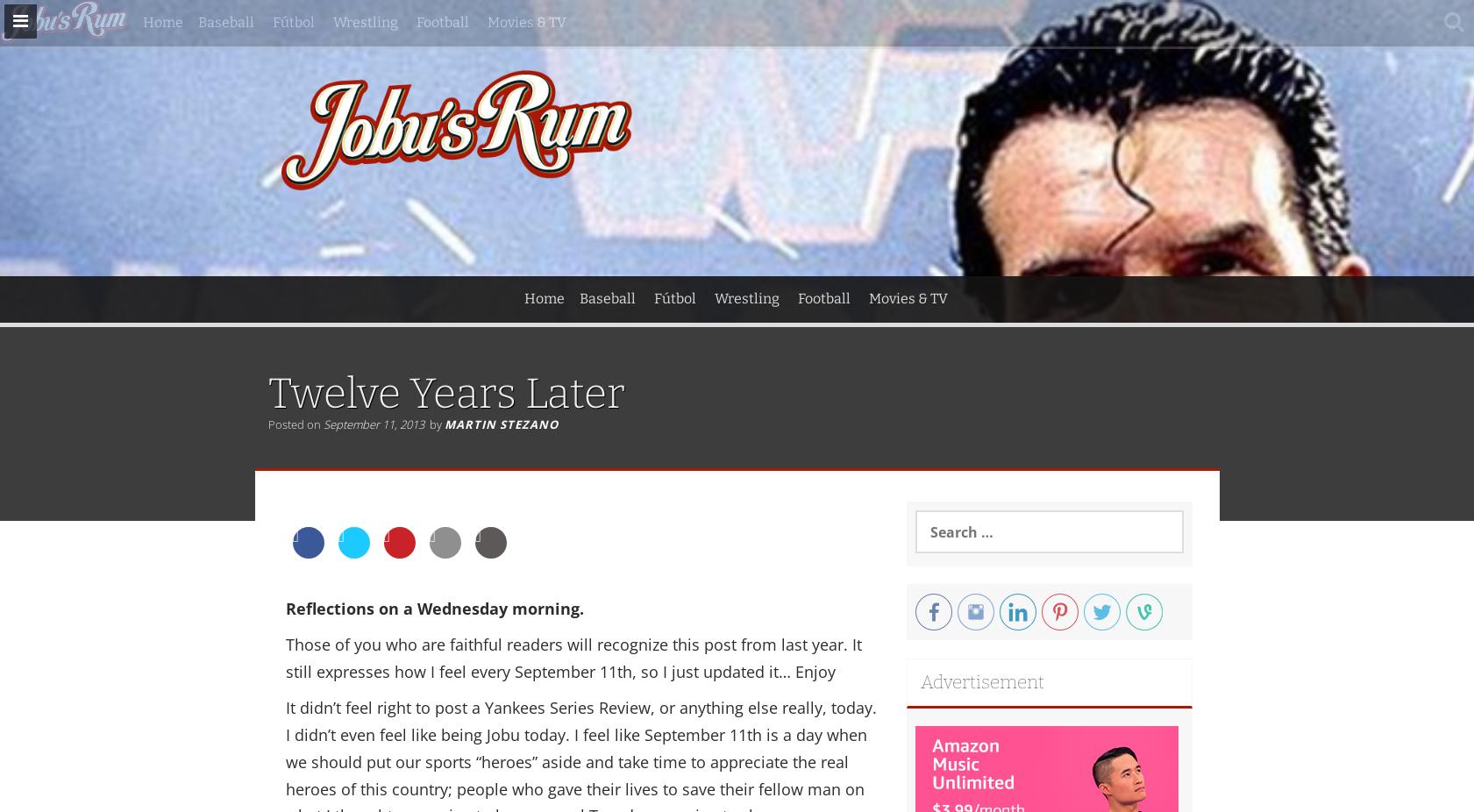 This screenshot has width=1474, height=812. I want to click on 'Twelve Years Later', so click(445, 392).